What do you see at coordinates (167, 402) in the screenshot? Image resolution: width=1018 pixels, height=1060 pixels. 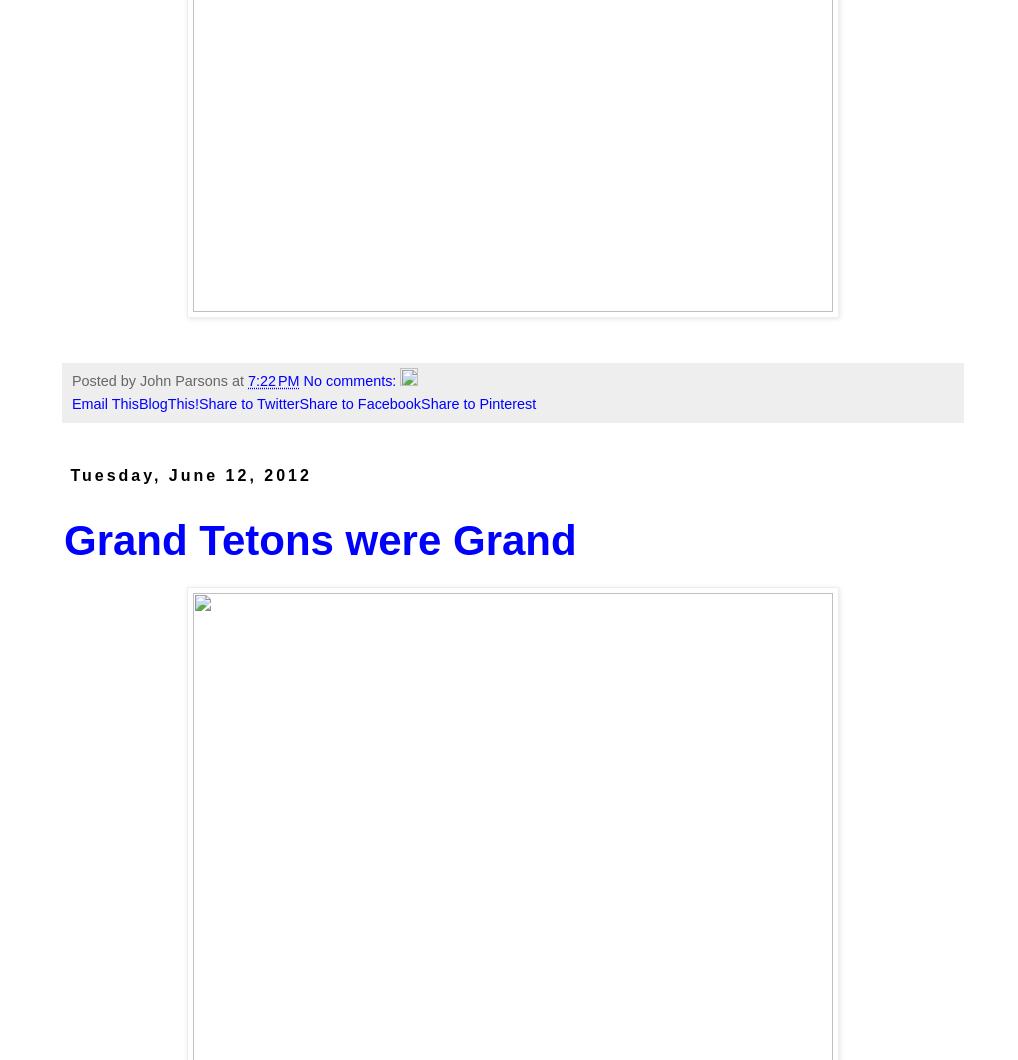 I see `'BlogThis!'` at bounding box center [167, 402].